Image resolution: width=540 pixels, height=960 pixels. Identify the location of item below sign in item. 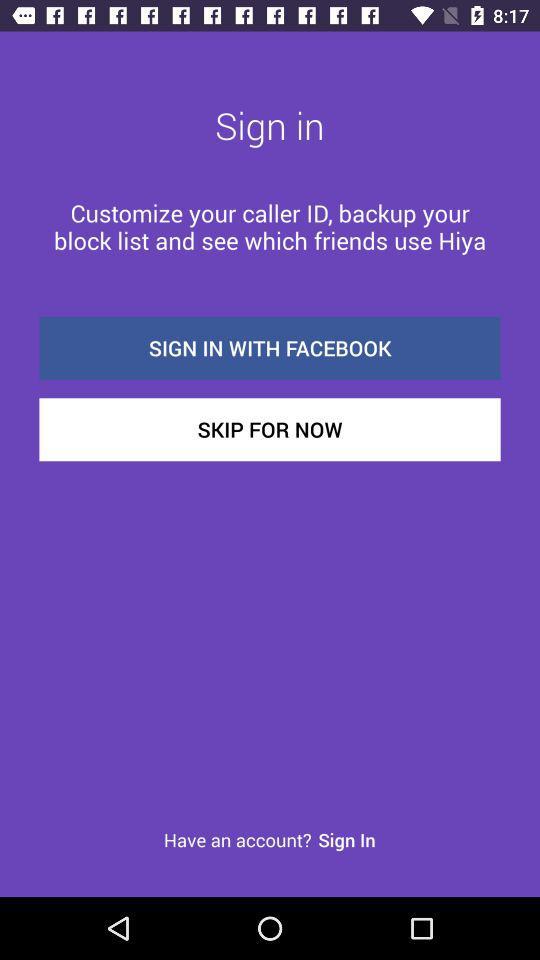
(270, 226).